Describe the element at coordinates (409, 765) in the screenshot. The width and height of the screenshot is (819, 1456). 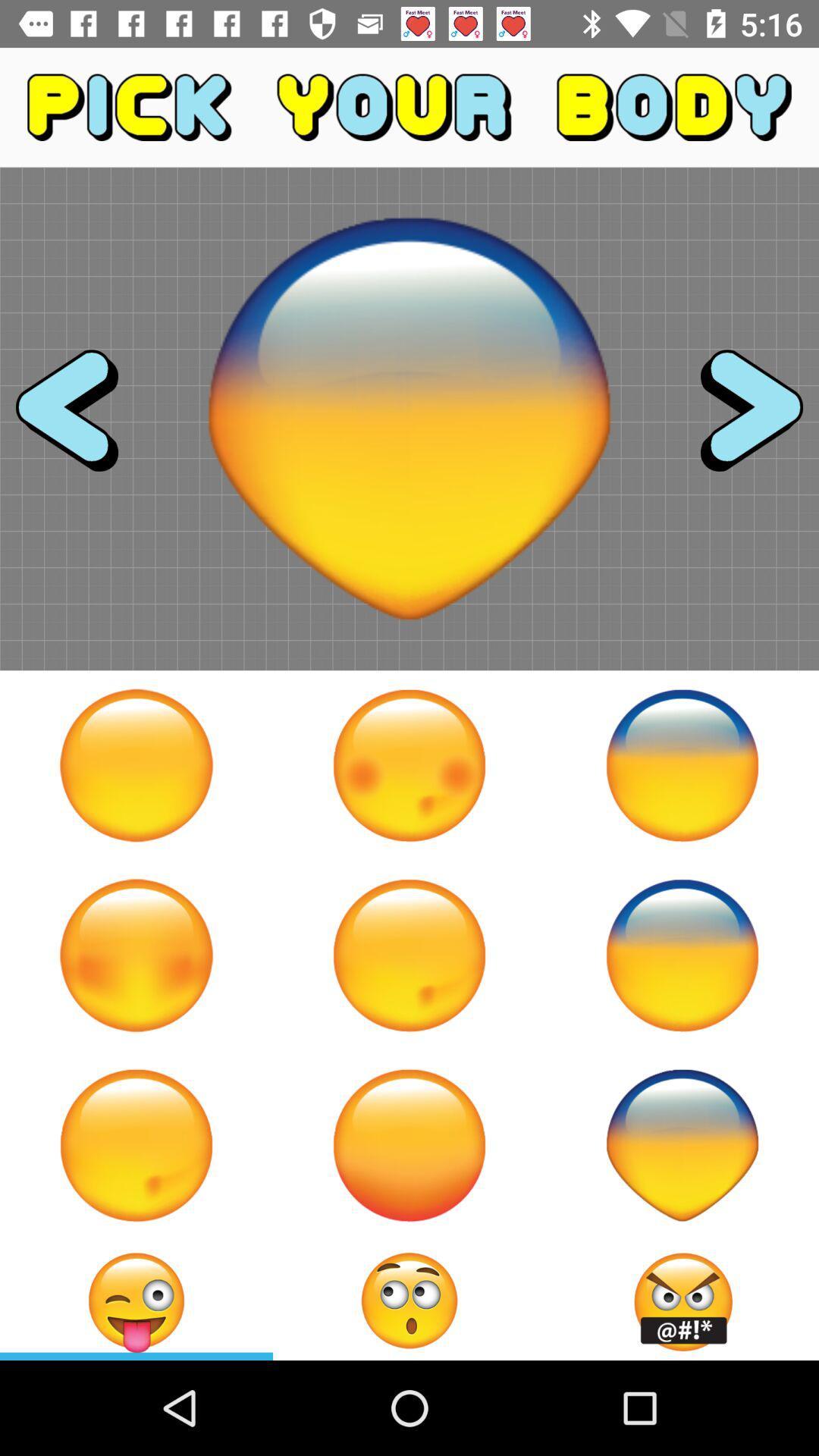
I see `emoji` at that location.